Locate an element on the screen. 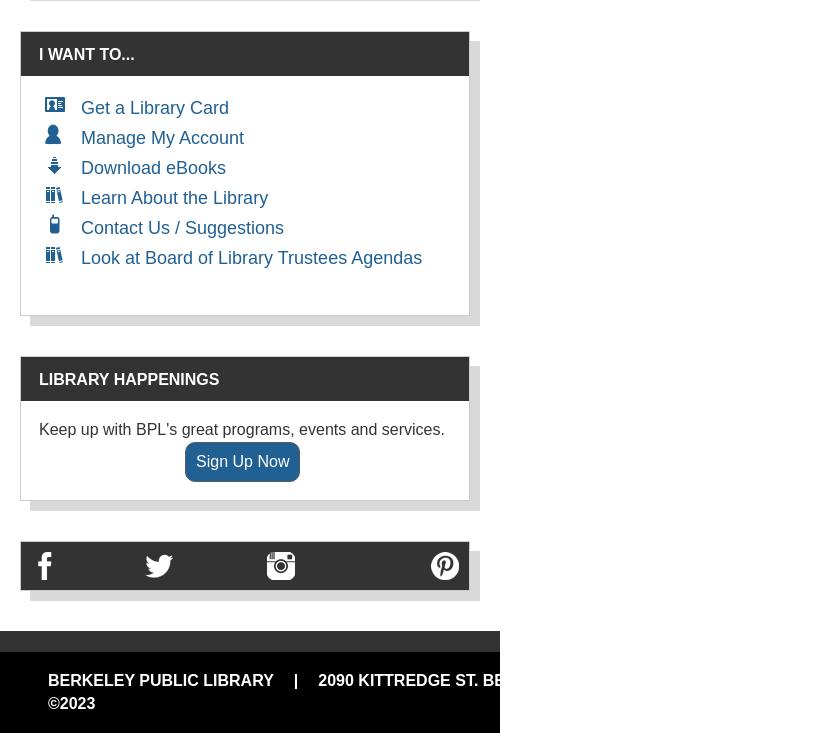  'Sign Up Now' is located at coordinates (241, 459).